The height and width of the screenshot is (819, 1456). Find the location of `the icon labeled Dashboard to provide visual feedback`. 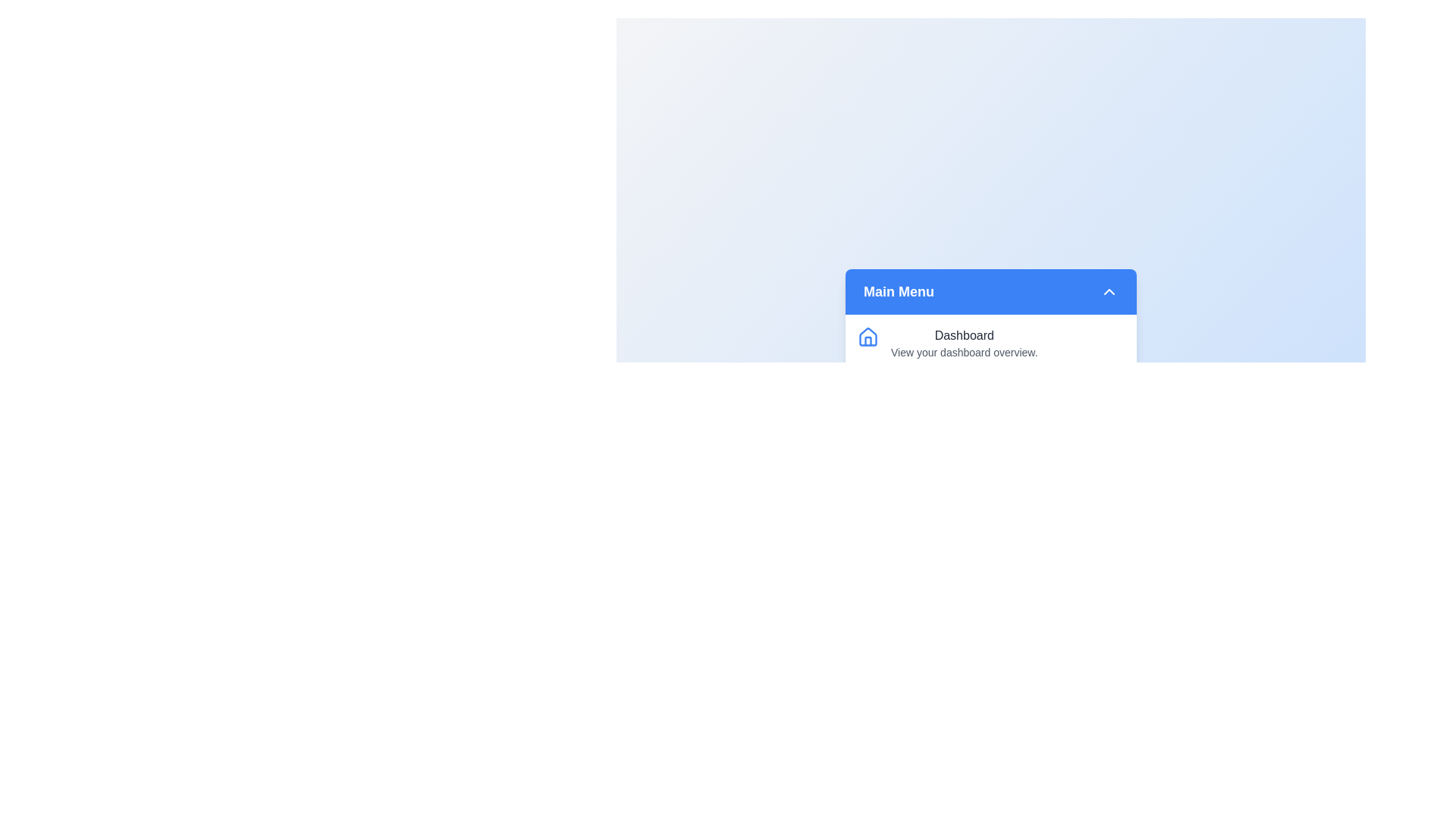

the icon labeled Dashboard to provide visual feedback is located at coordinates (868, 336).